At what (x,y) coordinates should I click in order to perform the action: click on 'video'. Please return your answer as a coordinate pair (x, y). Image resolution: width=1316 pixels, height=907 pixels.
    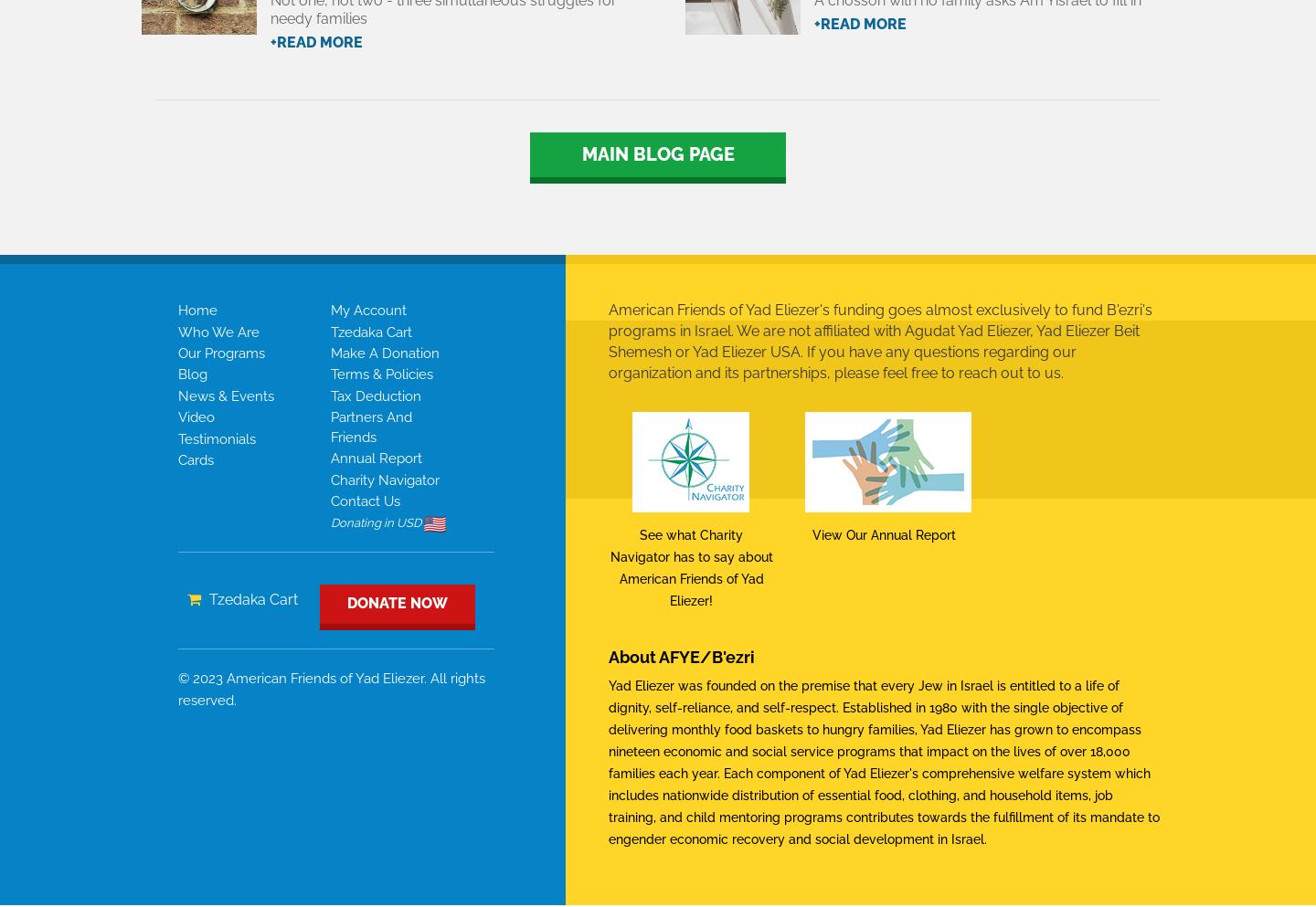
    Looking at the image, I should click on (196, 417).